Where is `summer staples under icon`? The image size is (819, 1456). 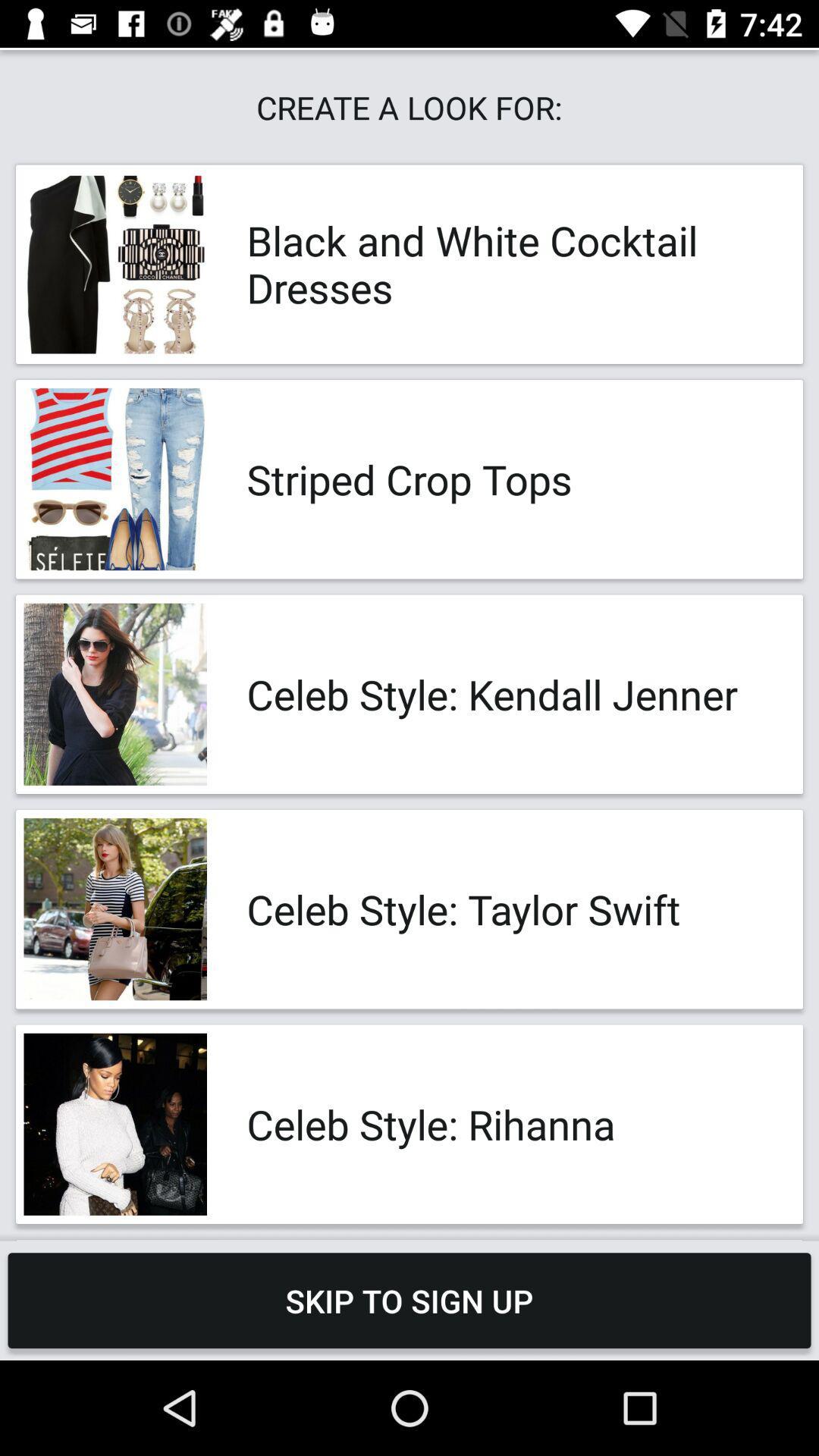 summer staples under icon is located at coordinates (509, 1240).